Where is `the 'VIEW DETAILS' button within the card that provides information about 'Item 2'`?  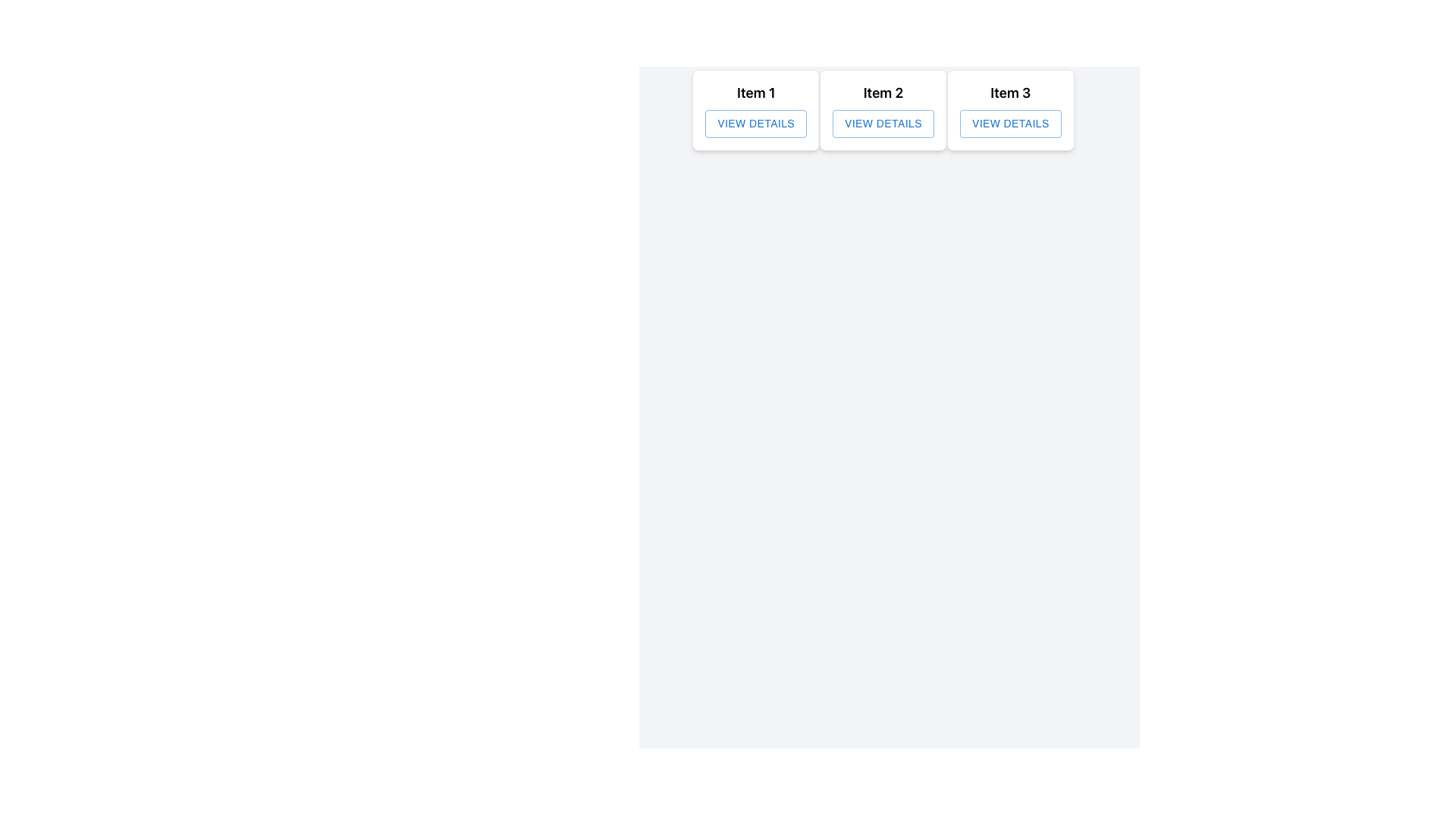
the 'VIEW DETAILS' button within the card that provides information about 'Item 2' is located at coordinates (883, 109).